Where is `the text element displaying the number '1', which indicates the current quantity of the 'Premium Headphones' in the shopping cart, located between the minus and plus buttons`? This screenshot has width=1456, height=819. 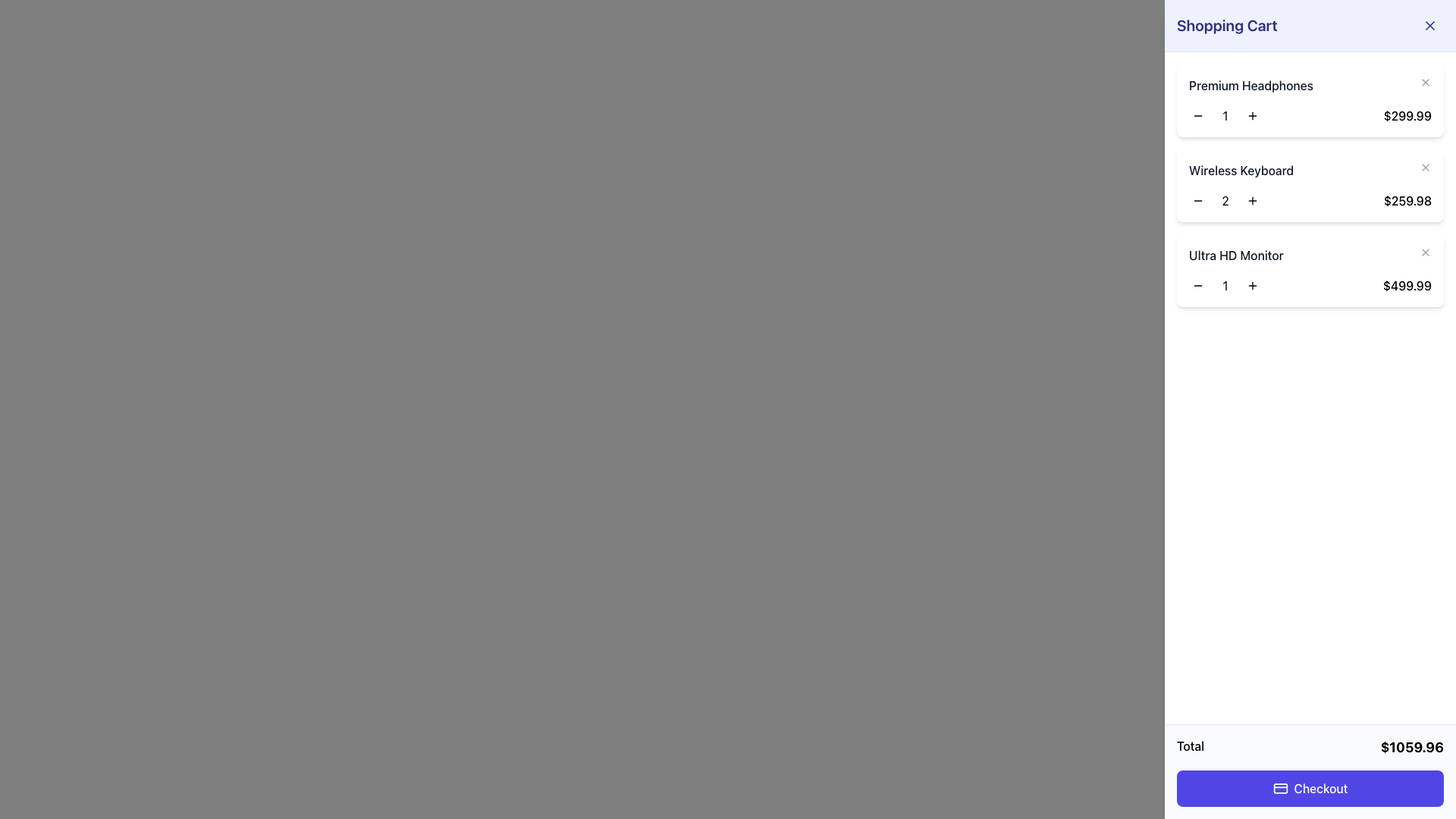
the text element displaying the number '1', which indicates the current quantity of the 'Premium Headphones' in the shopping cart, located between the minus and plus buttons is located at coordinates (1225, 115).